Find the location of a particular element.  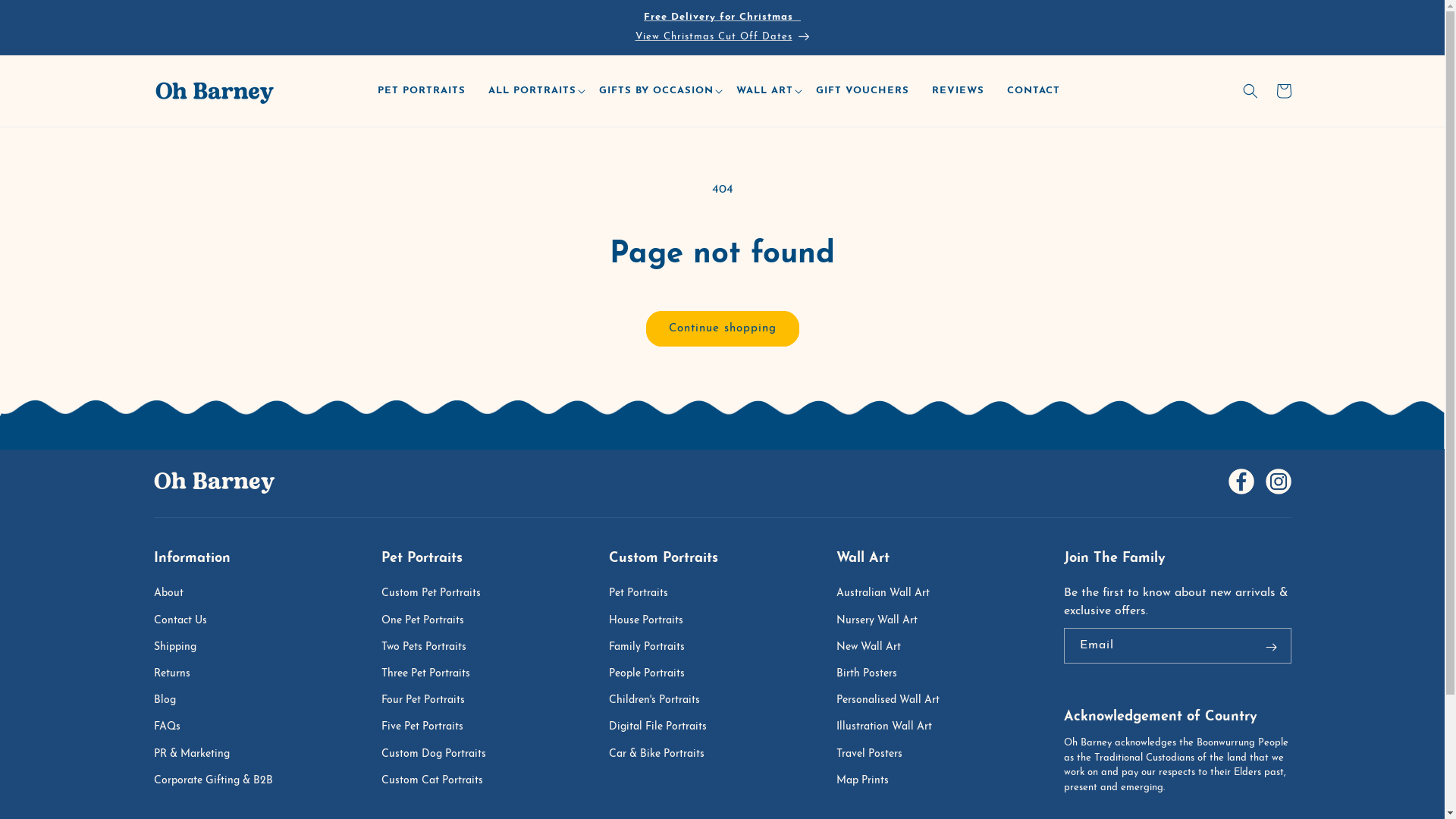

'PR & Marketing' is located at coordinates (198, 754).